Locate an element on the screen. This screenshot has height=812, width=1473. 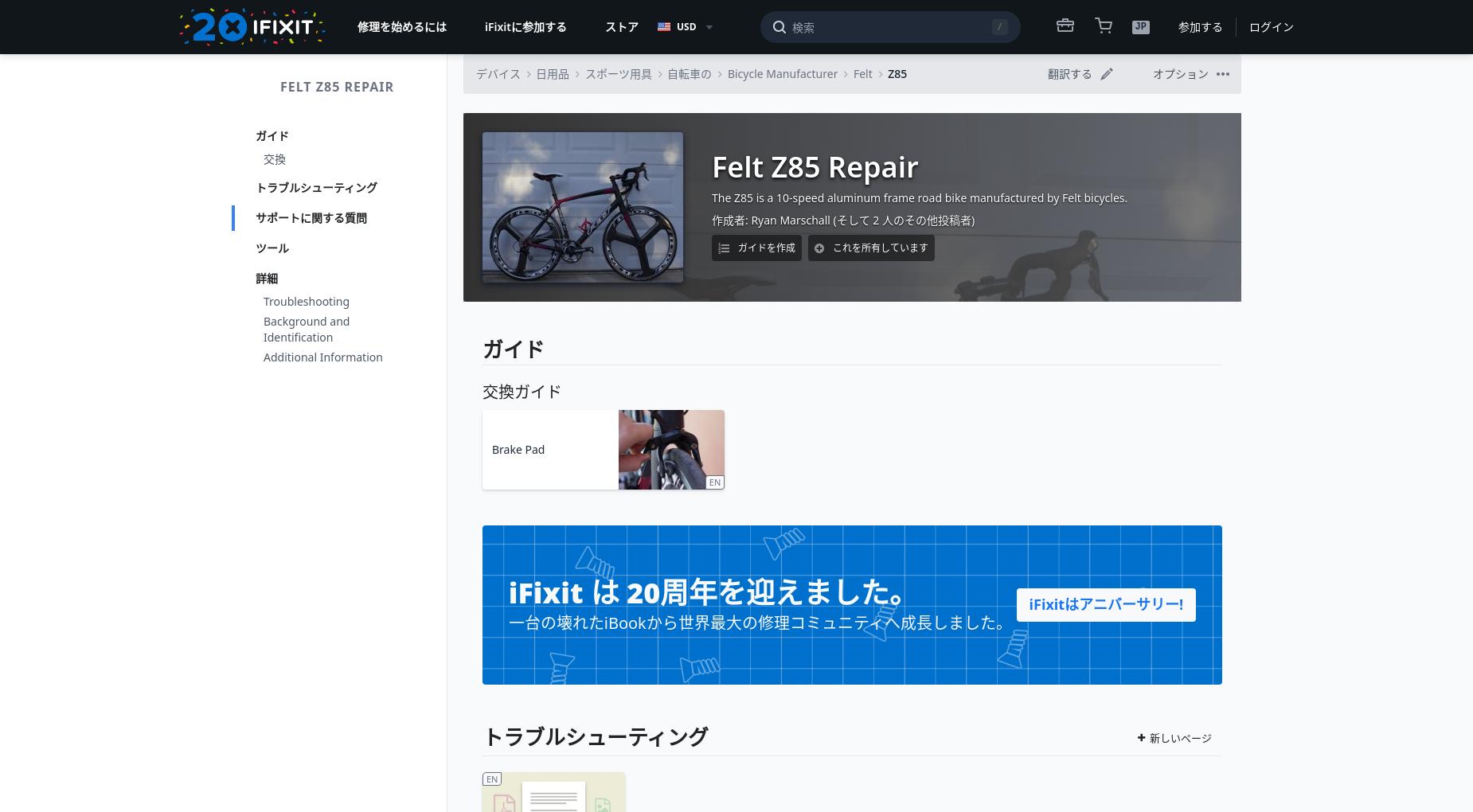
'JP' is located at coordinates (1140, 25).